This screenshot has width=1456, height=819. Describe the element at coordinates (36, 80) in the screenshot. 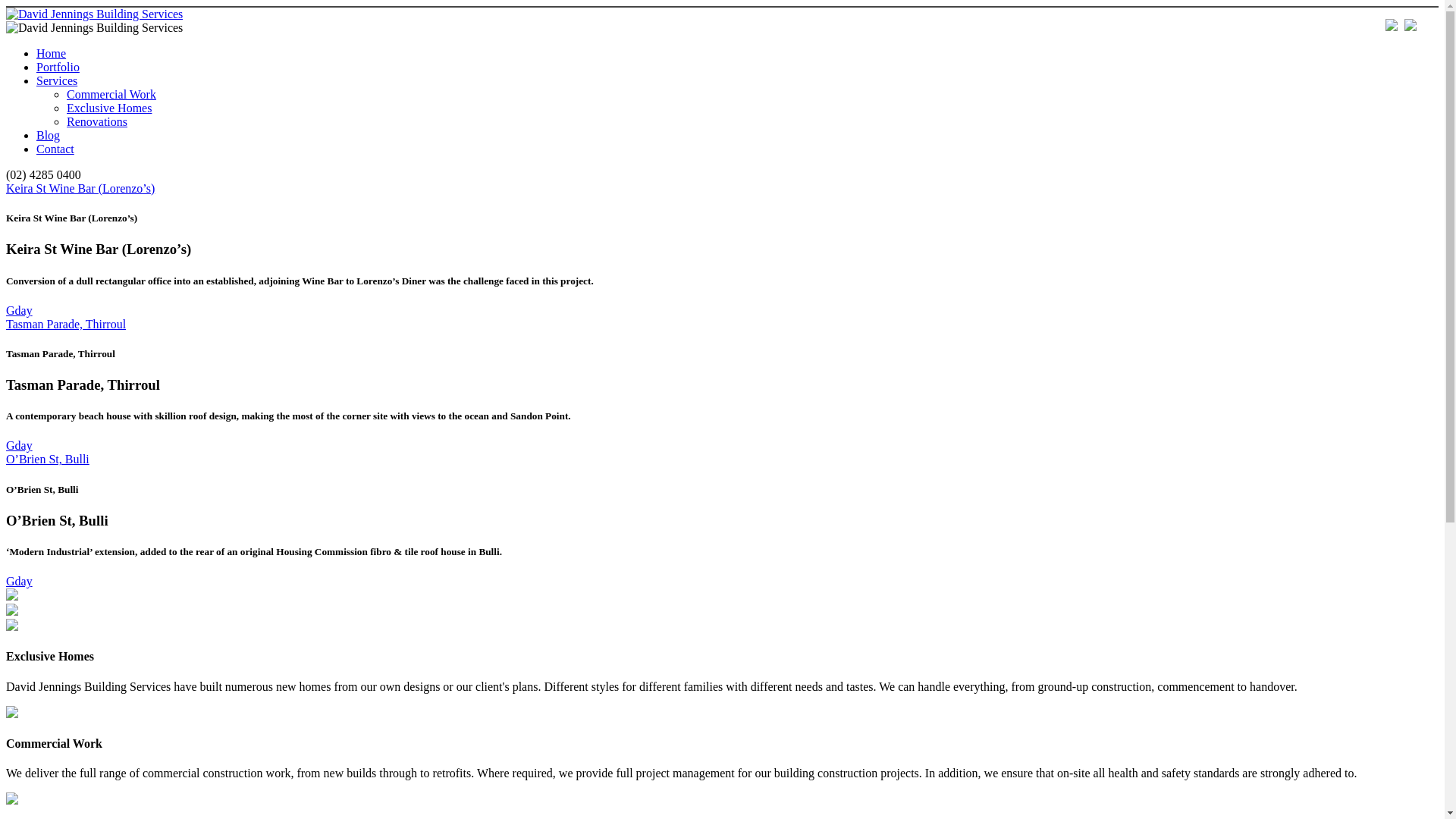

I see `'Services'` at that location.